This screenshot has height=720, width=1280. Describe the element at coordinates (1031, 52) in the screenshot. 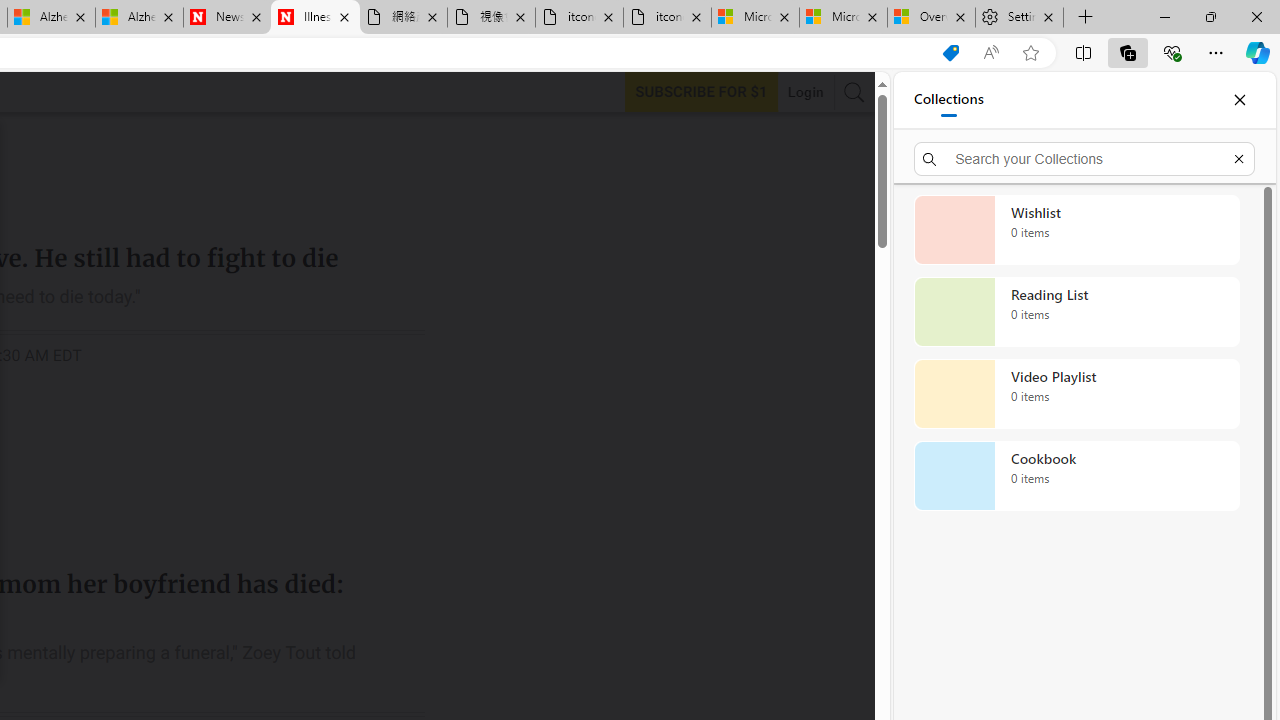

I see `'Add this page to favorites (Ctrl+D)'` at that location.